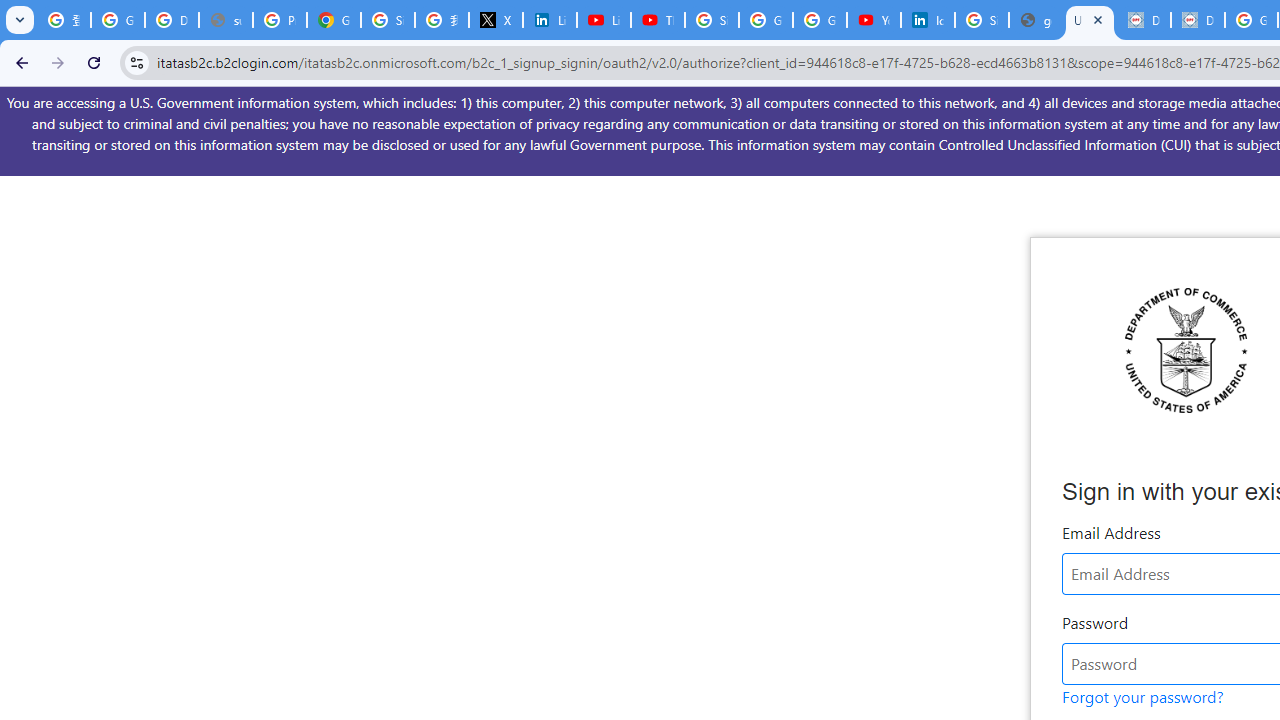 This screenshot has height=720, width=1280. Describe the element at coordinates (1198, 20) in the screenshot. I see `'Data Privacy Framework'` at that location.